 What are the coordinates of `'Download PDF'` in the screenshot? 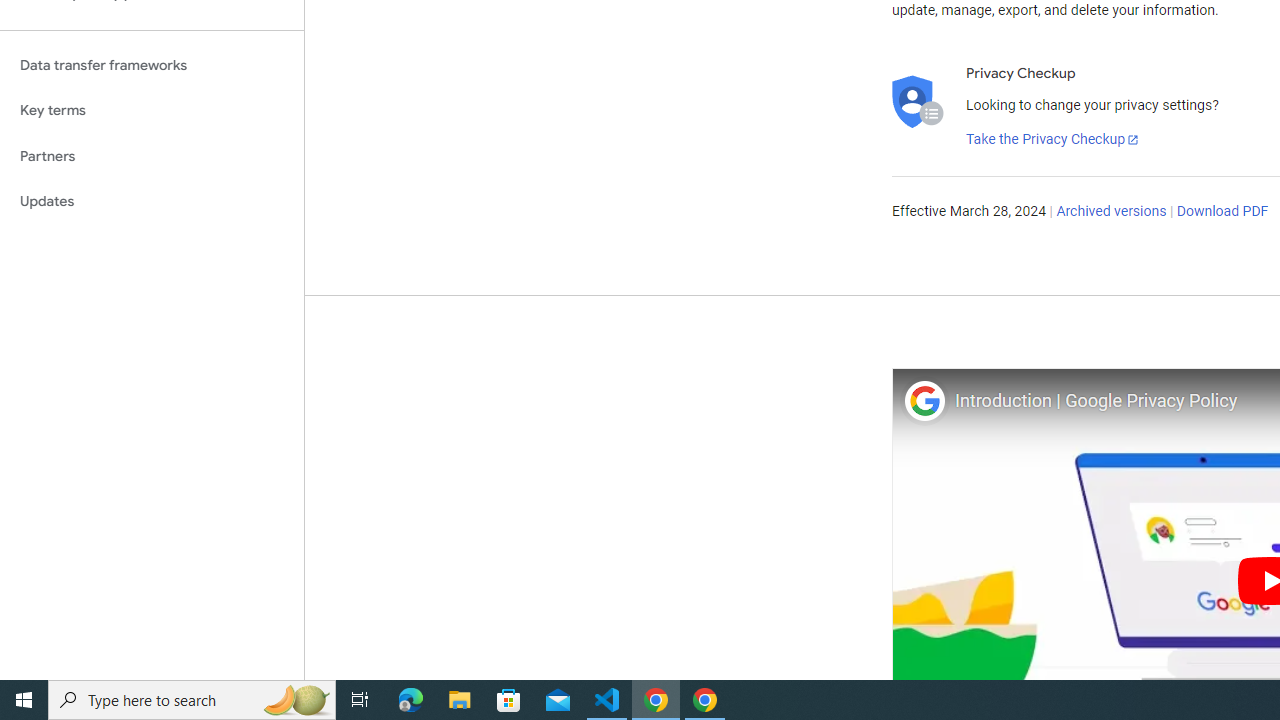 It's located at (1221, 212).